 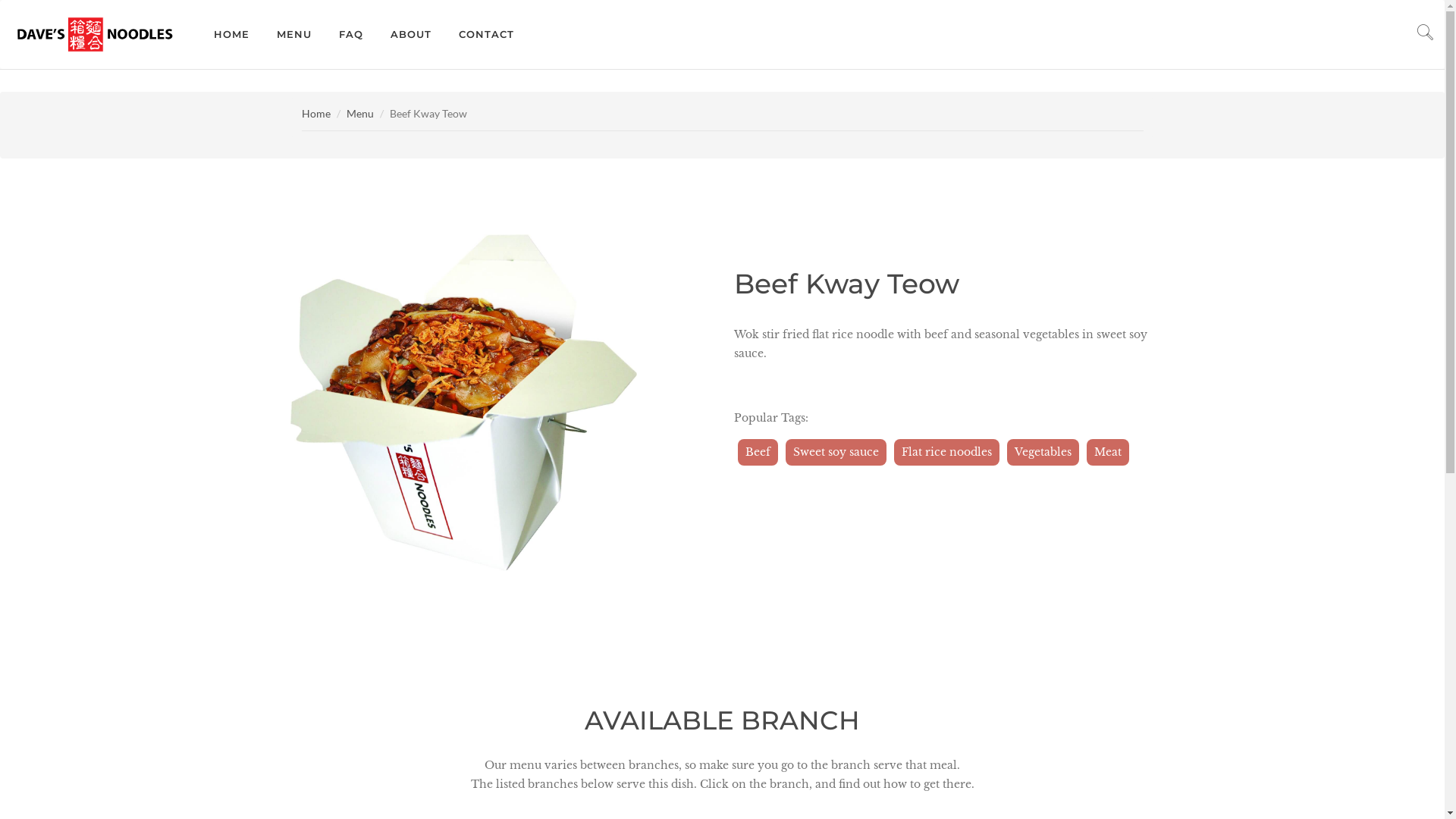 I want to click on 'Menu', so click(x=359, y=112).